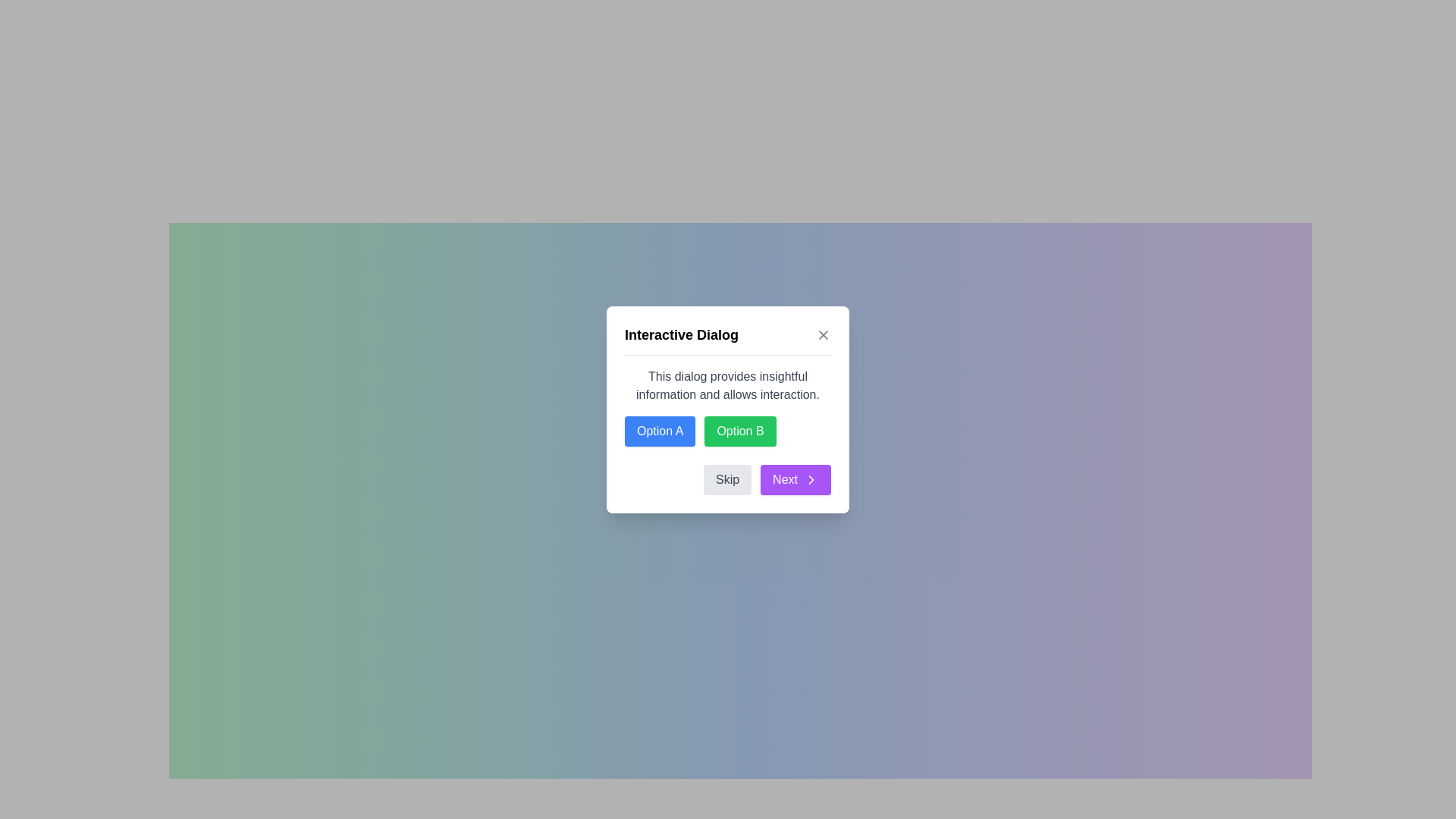  Describe the element at coordinates (728, 430) in the screenshot. I see `the button group containing two distinct buttons located below the descriptive text in the dialog box to observe style changes` at that location.